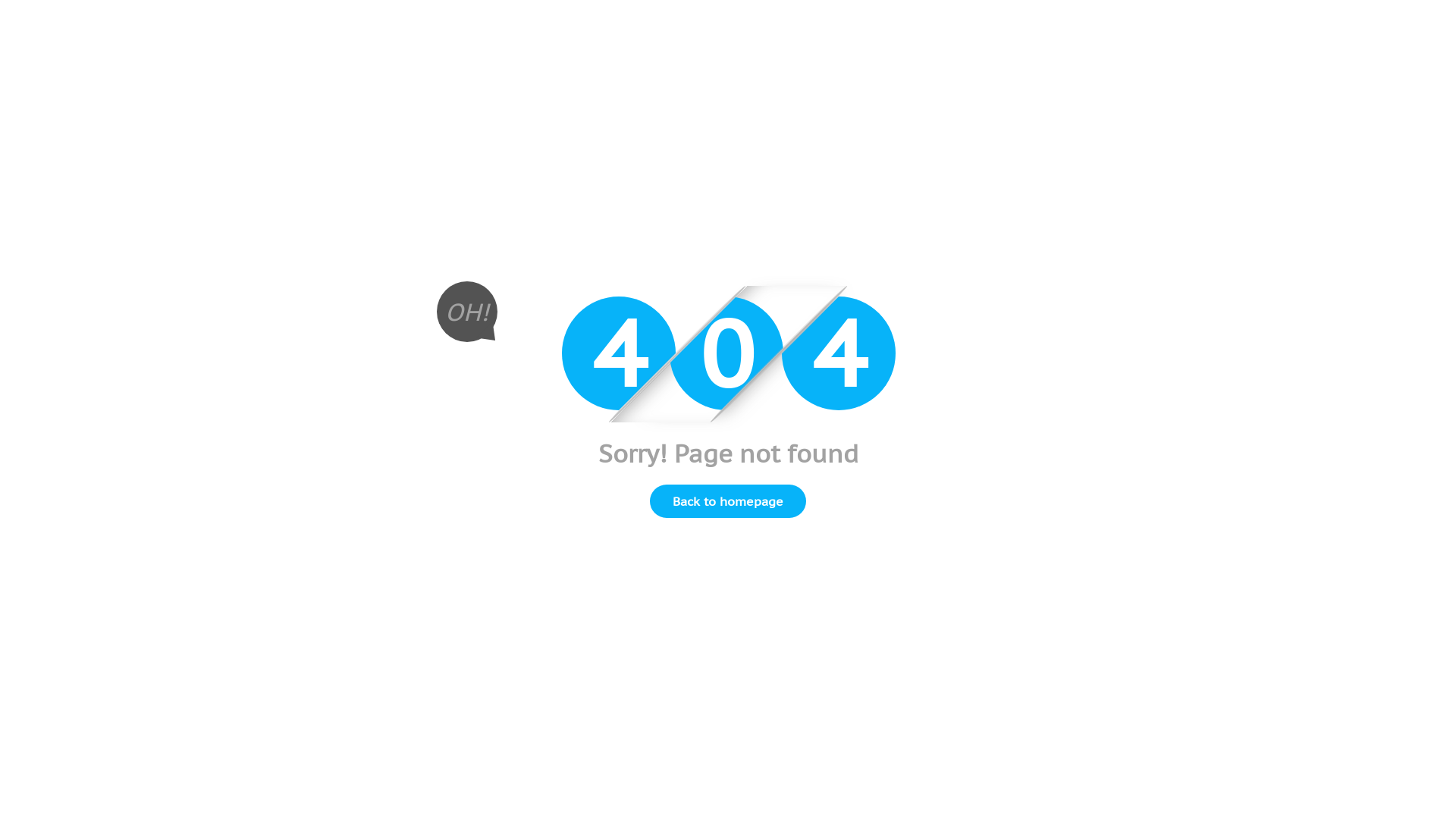 The image size is (1456, 819). What do you see at coordinates (728, 500) in the screenshot?
I see `'Back to homepage'` at bounding box center [728, 500].